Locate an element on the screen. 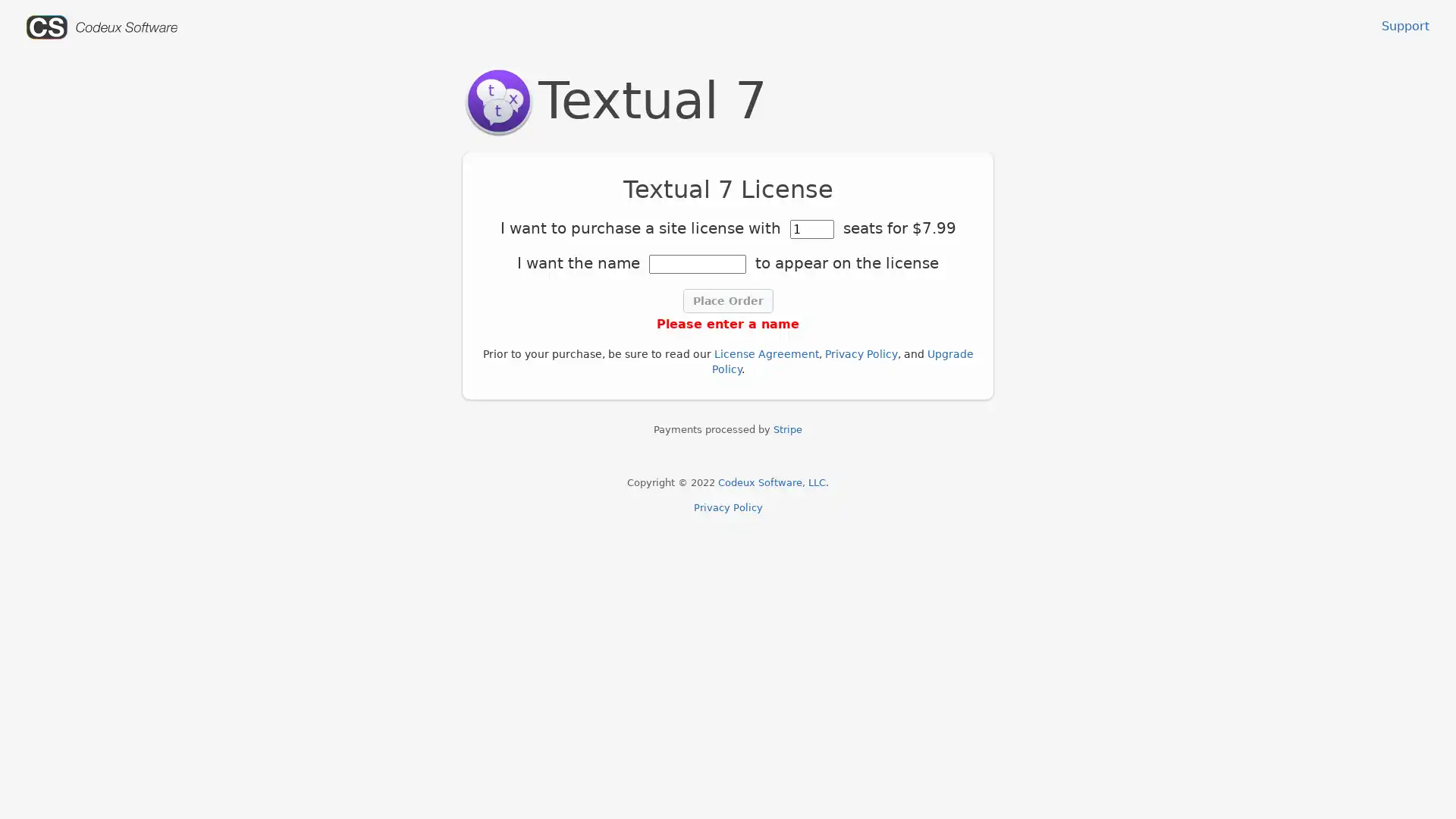  Place Order is located at coordinates (726, 301).